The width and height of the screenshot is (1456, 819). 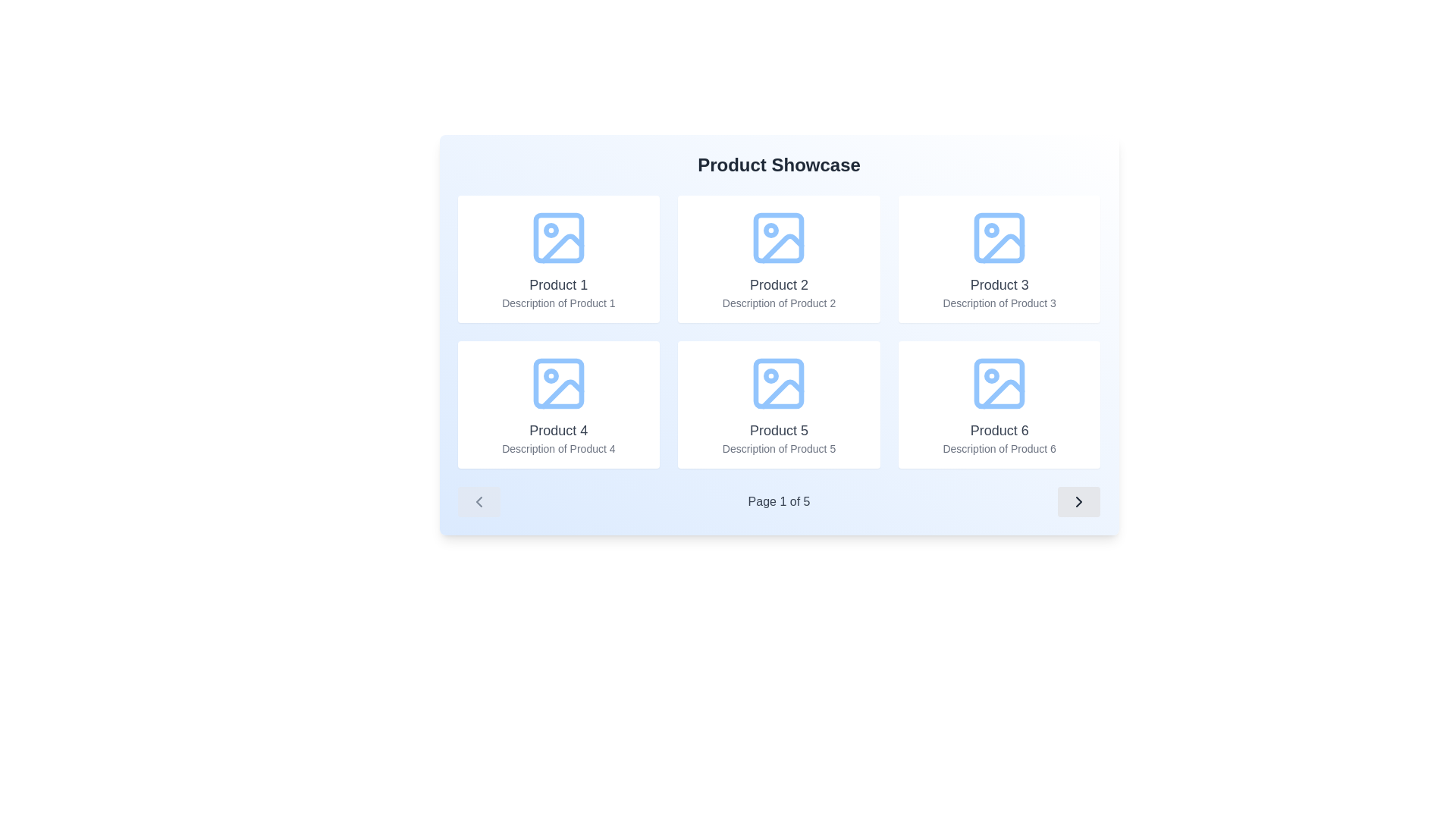 What do you see at coordinates (779, 502) in the screenshot?
I see `text from the pagination label indicating the current position within the multi-page display, which shows 'Page 1 of 5'. This label is located in the bottom section of the interface, horizontally centered between navigation buttons` at bounding box center [779, 502].